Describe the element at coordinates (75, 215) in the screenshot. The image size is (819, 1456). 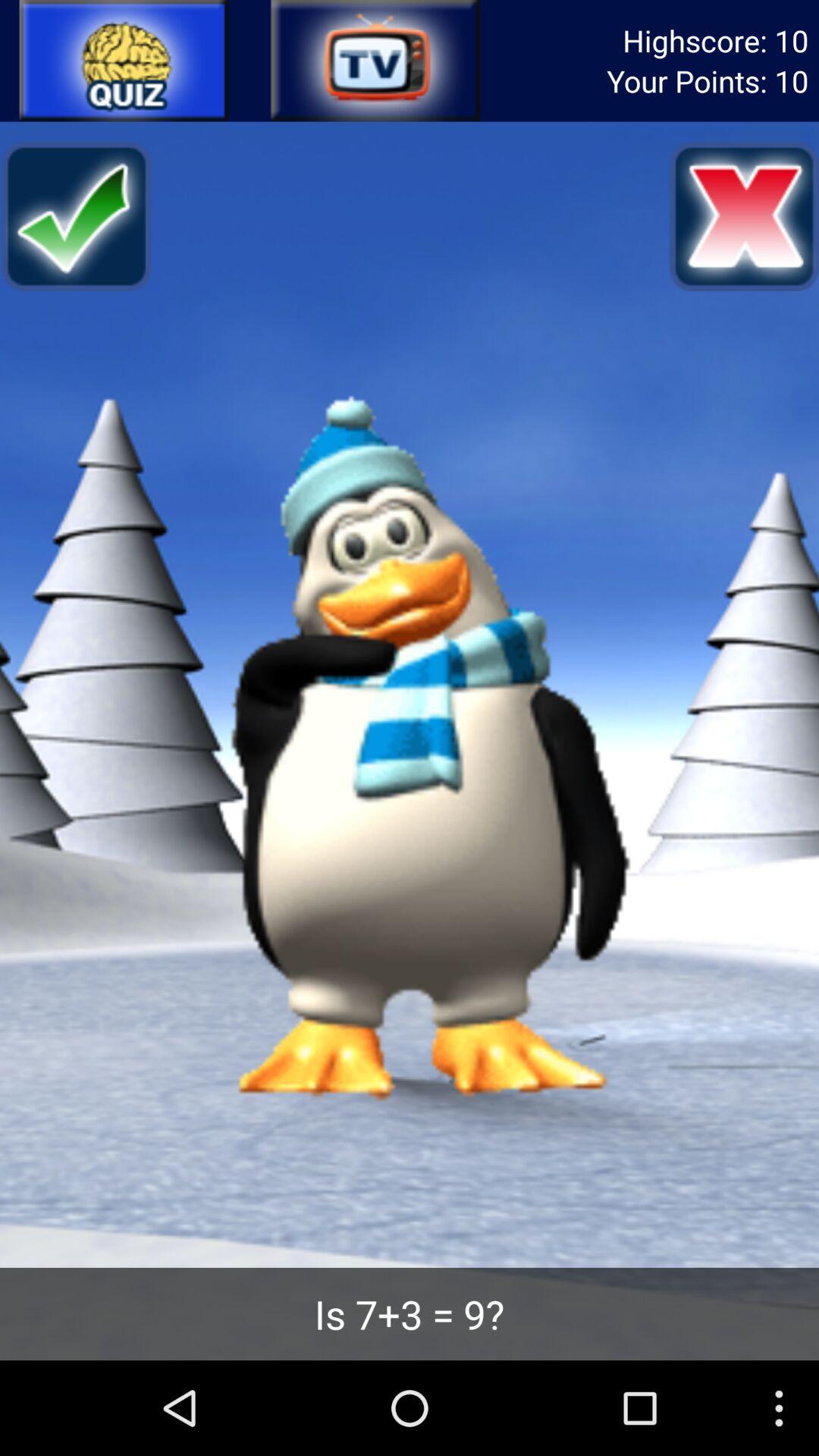
I see `correcting option` at that location.